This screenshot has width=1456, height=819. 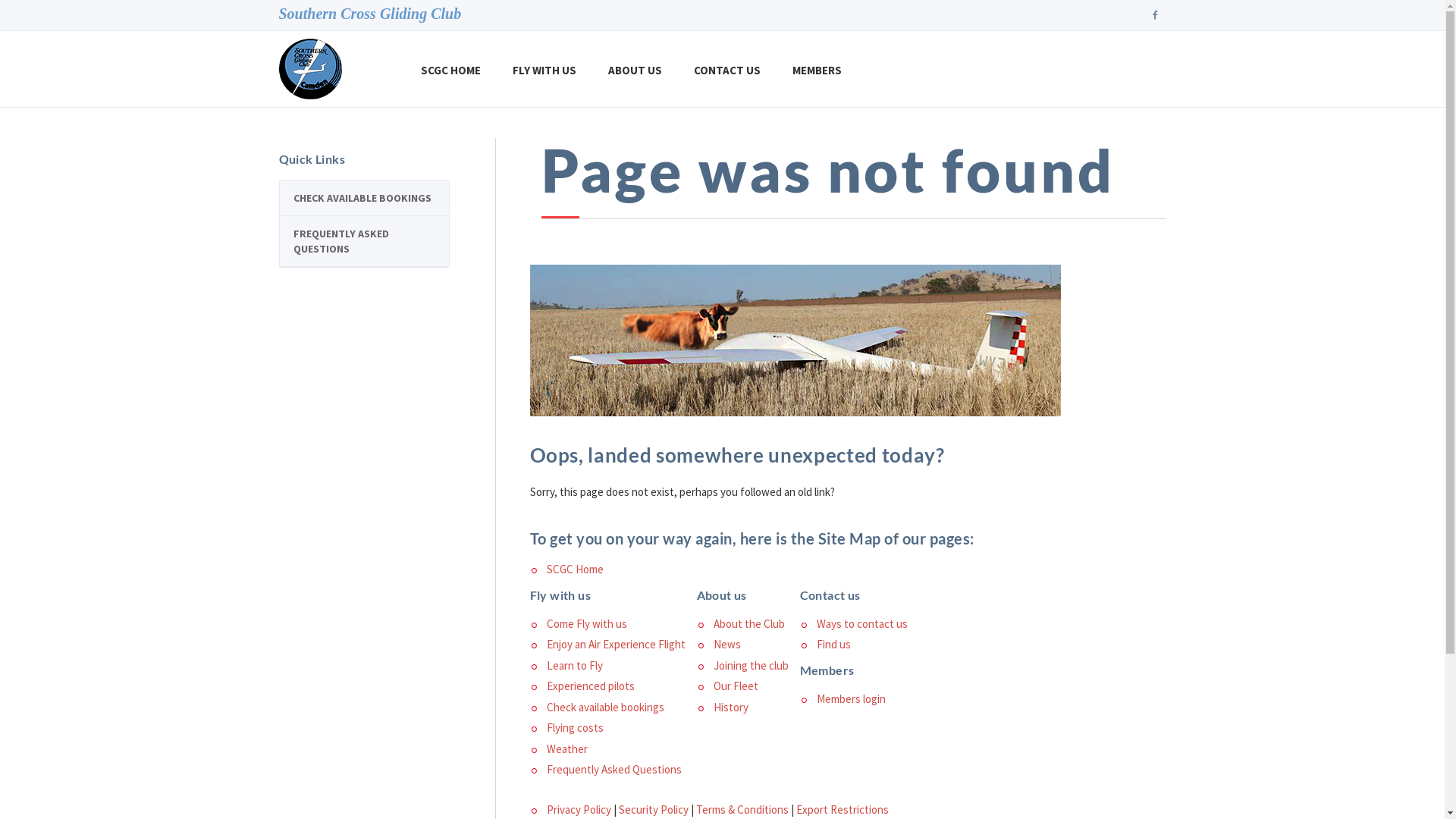 What do you see at coordinates (832, 644) in the screenshot?
I see `'Find us'` at bounding box center [832, 644].